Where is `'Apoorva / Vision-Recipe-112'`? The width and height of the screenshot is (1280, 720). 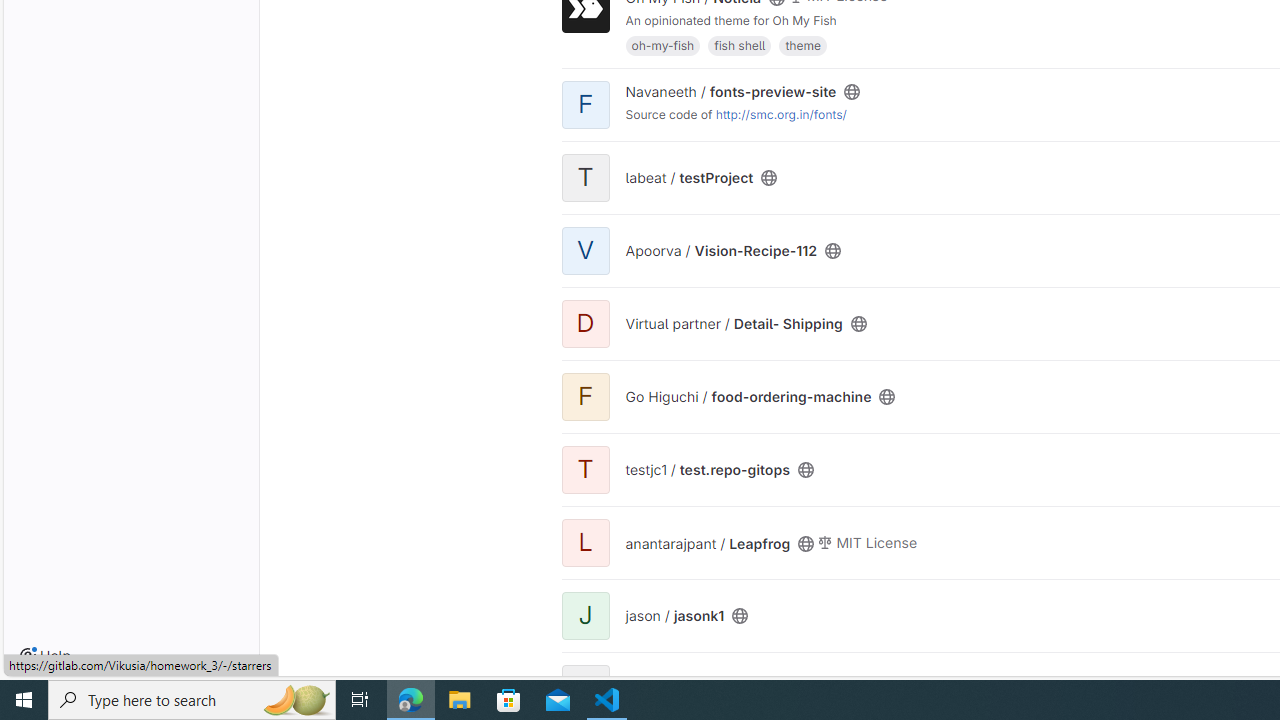 'Apoorva / Vision-Recipe-112' is located at coordinates (720, 249).